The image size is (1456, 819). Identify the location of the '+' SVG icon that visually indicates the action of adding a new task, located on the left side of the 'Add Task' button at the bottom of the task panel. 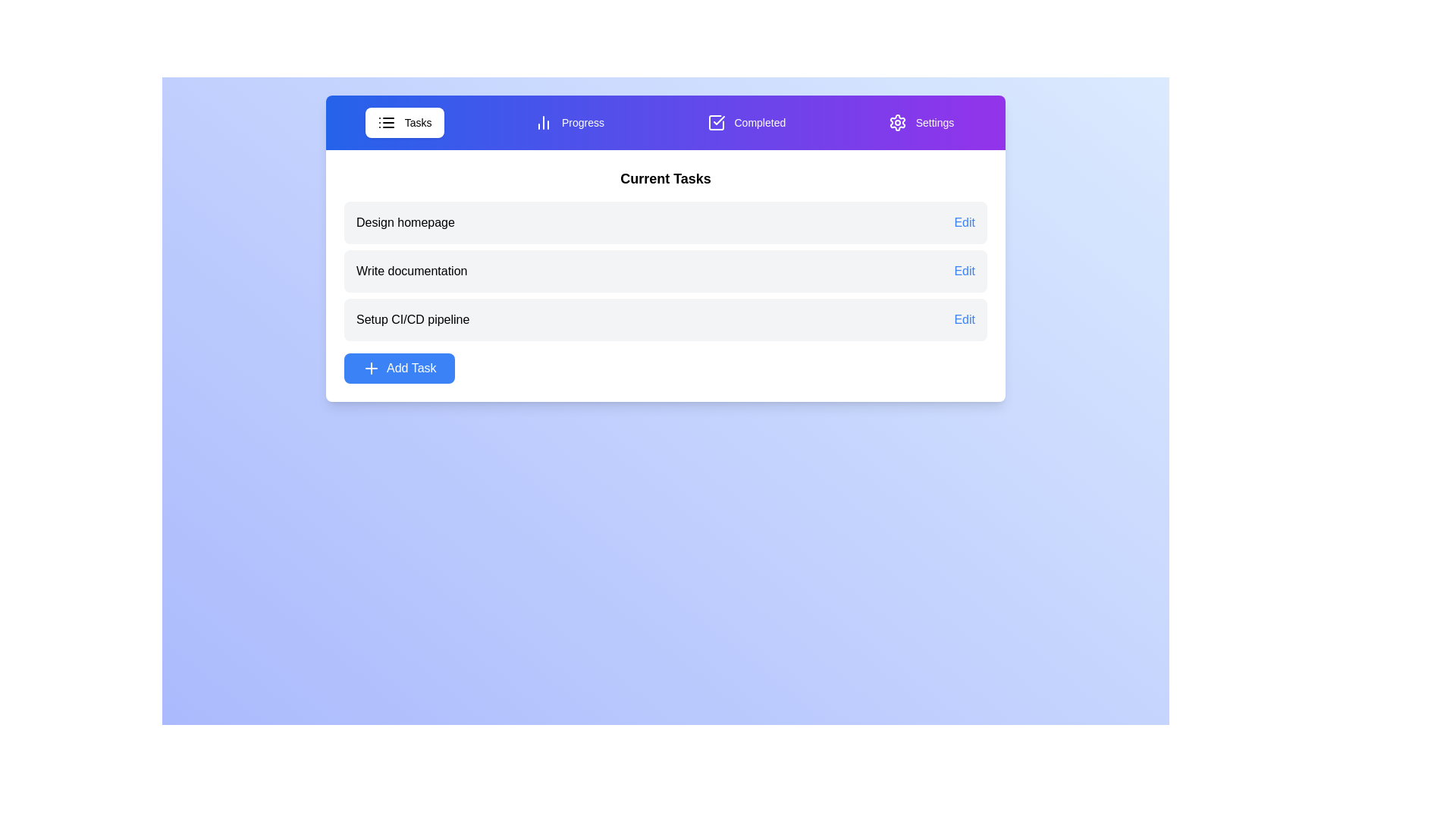
(371, 369).